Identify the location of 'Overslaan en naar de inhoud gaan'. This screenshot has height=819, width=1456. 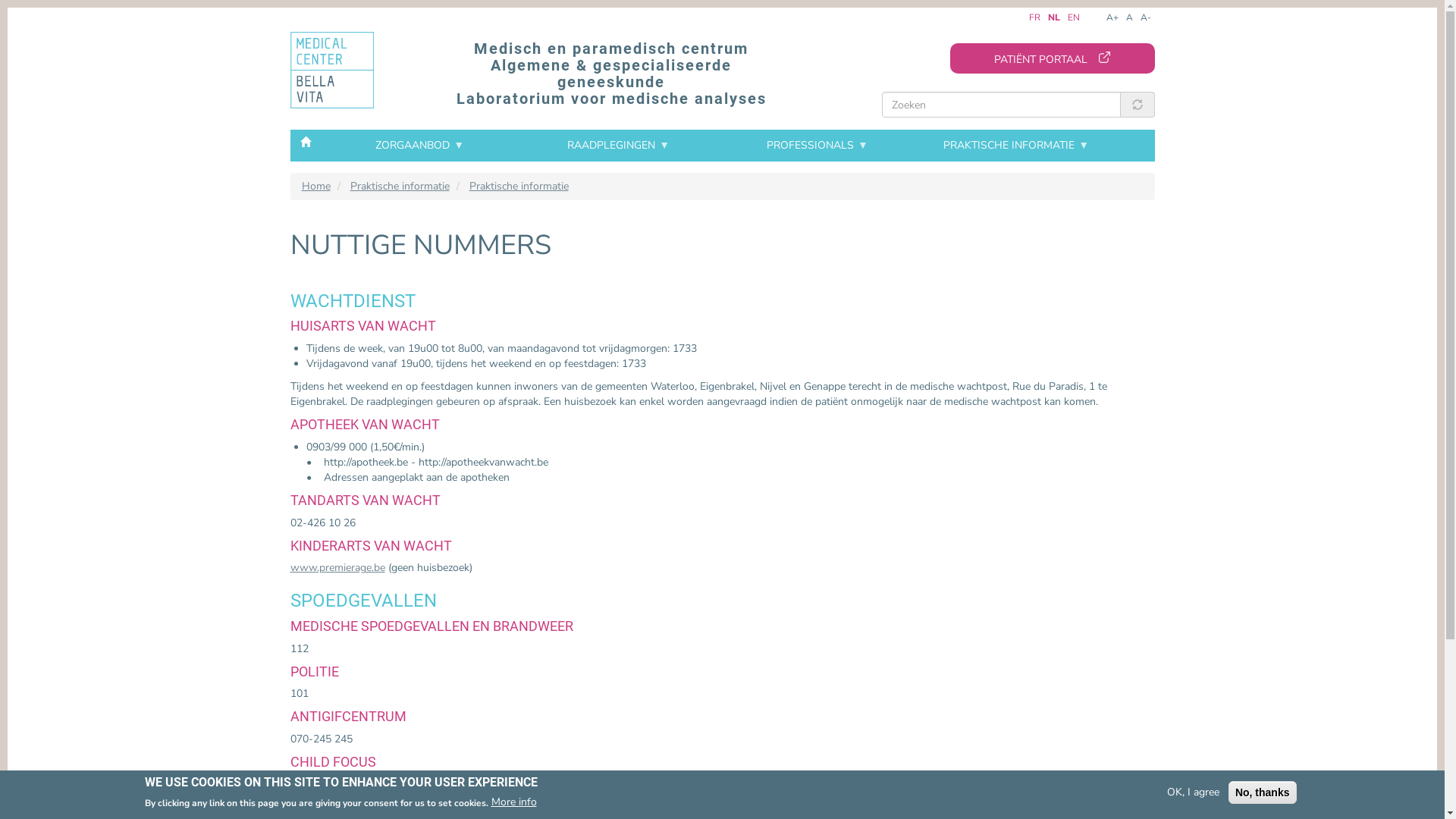
(8, 11).